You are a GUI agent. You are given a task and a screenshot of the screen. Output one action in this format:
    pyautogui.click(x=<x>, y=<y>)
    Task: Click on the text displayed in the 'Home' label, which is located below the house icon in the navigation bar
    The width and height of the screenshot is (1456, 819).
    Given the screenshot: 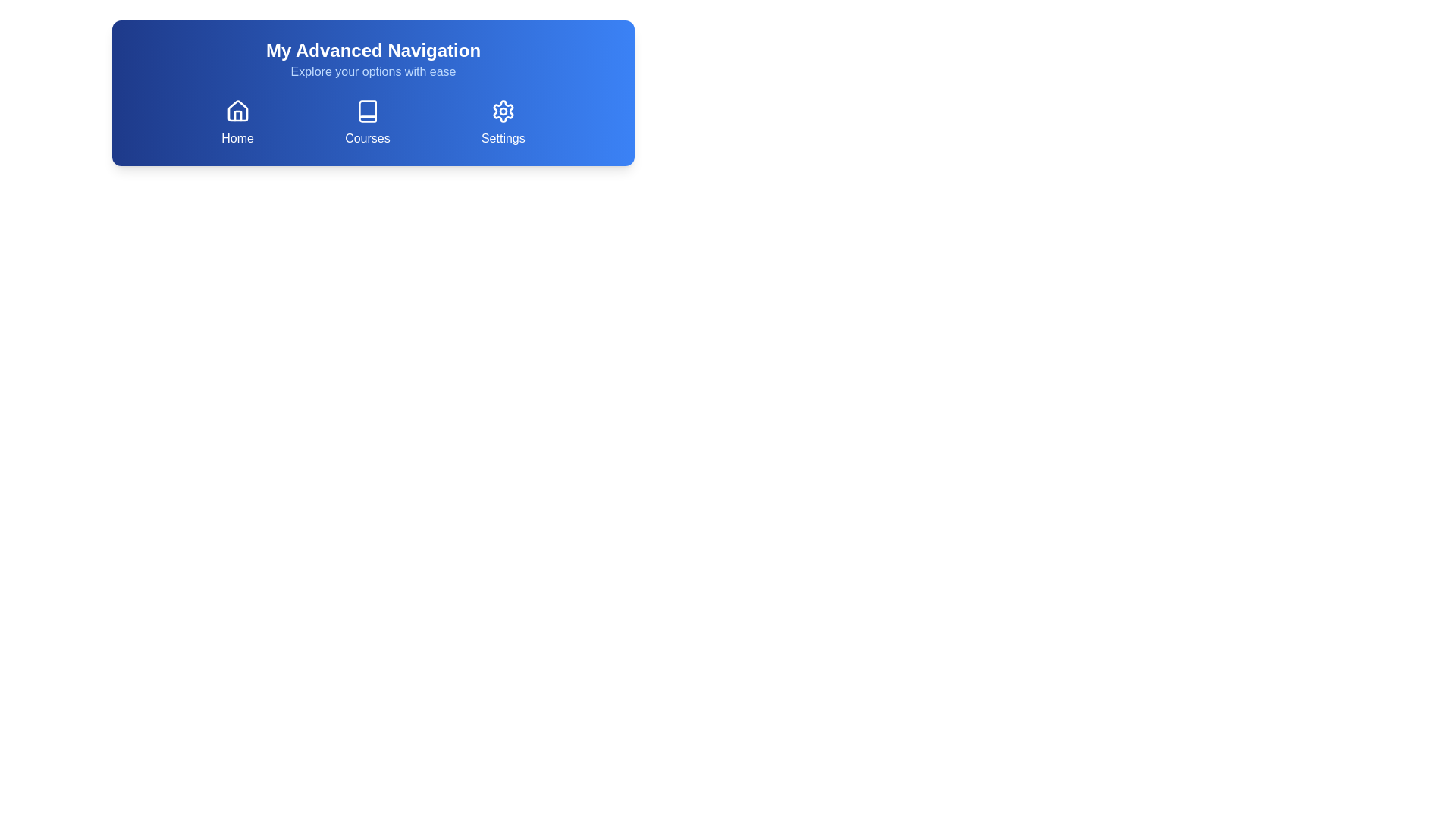 What is the action you would take?
    pyautogui.click(x=237, y=138)
    